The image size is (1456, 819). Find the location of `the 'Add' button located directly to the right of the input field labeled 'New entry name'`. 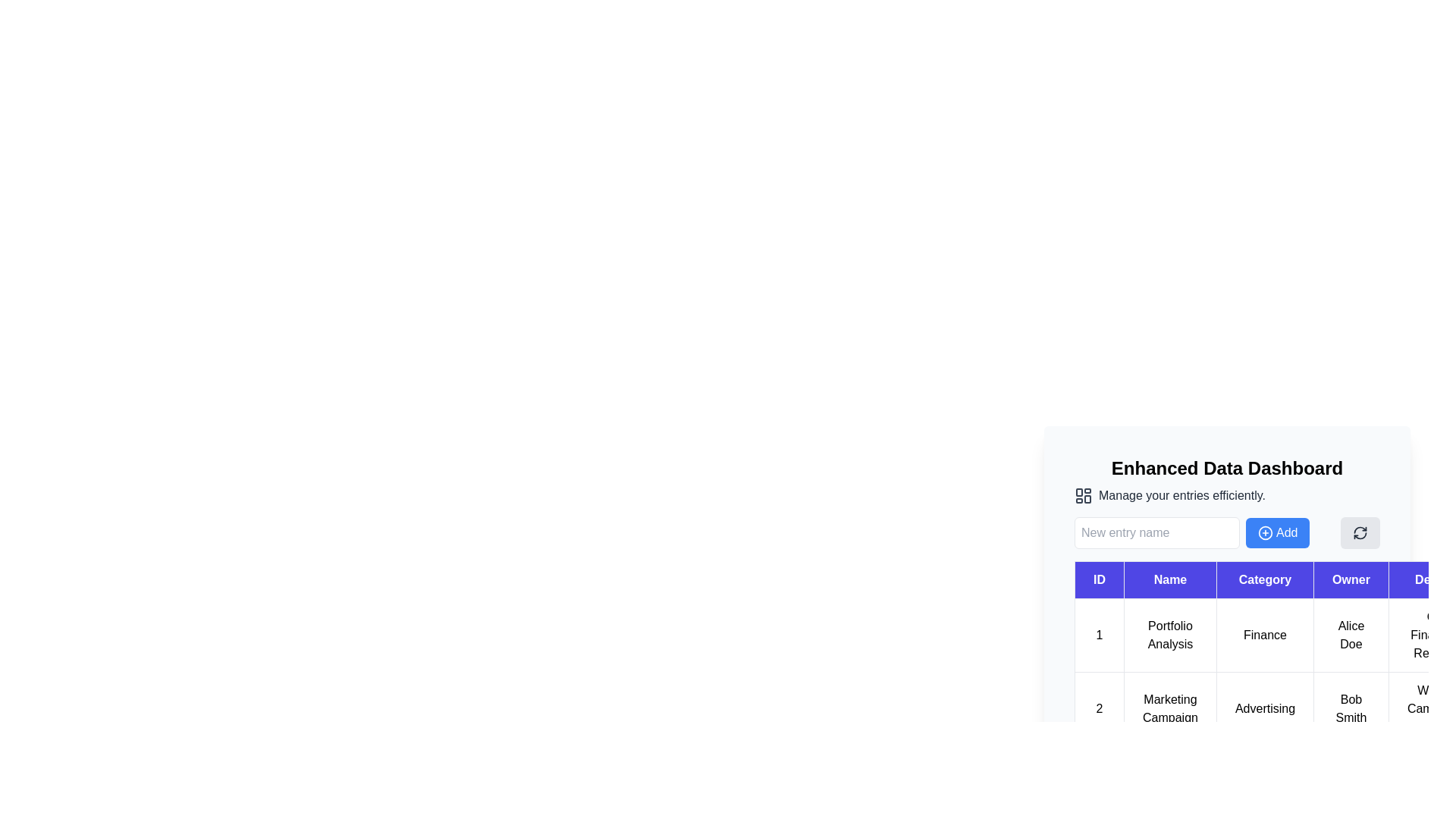

the 'Add' button located directly to the right of the input field labeled 'New entry name' is located at coordinates (1277, 532).